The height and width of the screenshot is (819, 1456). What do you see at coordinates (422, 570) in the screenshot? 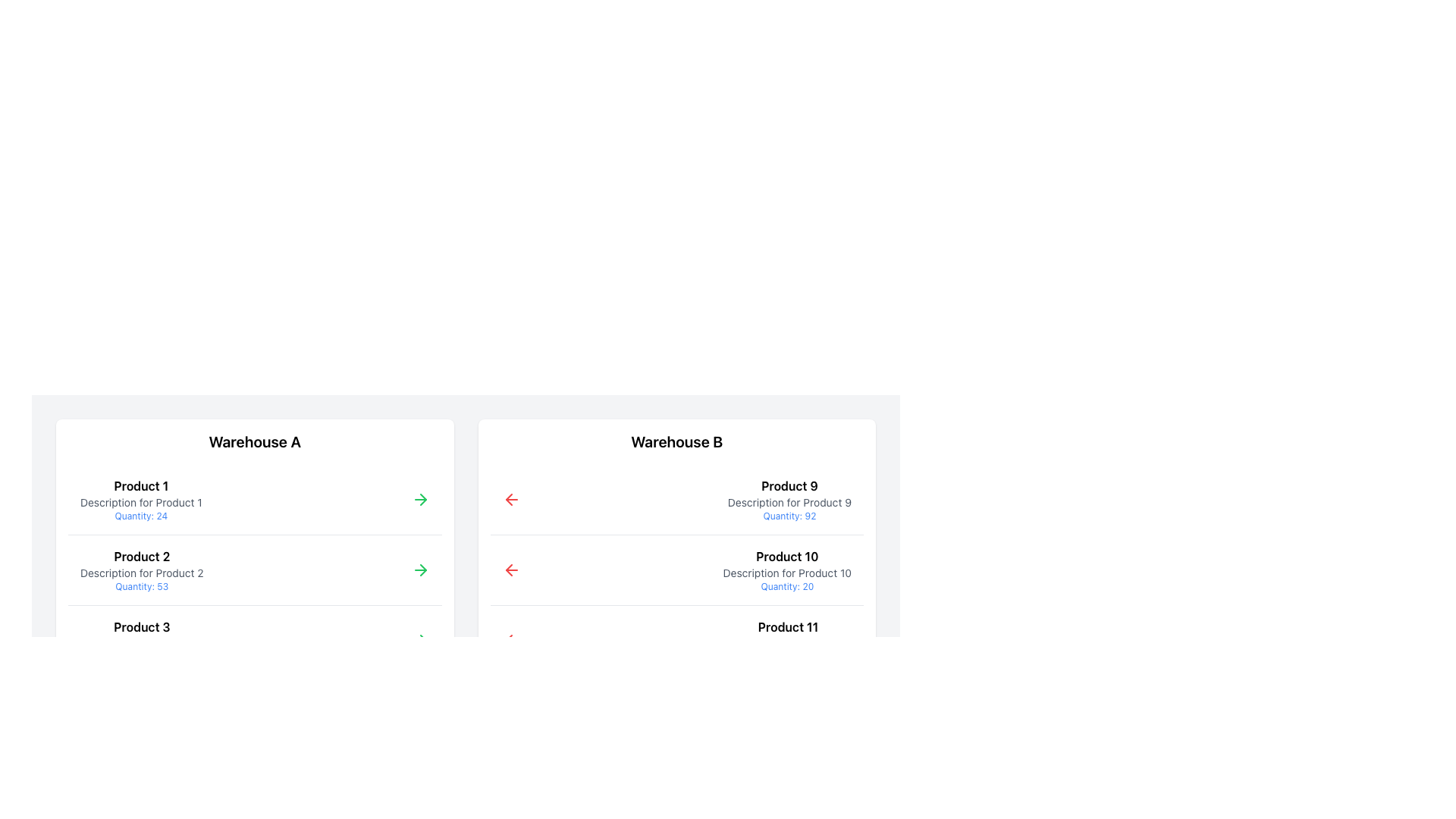
I see `the arrow icon indicating progression or forward action located near the right side of the 'Product 1' entry under the 'Warehouse A' section` at bounding box center [422, 570].